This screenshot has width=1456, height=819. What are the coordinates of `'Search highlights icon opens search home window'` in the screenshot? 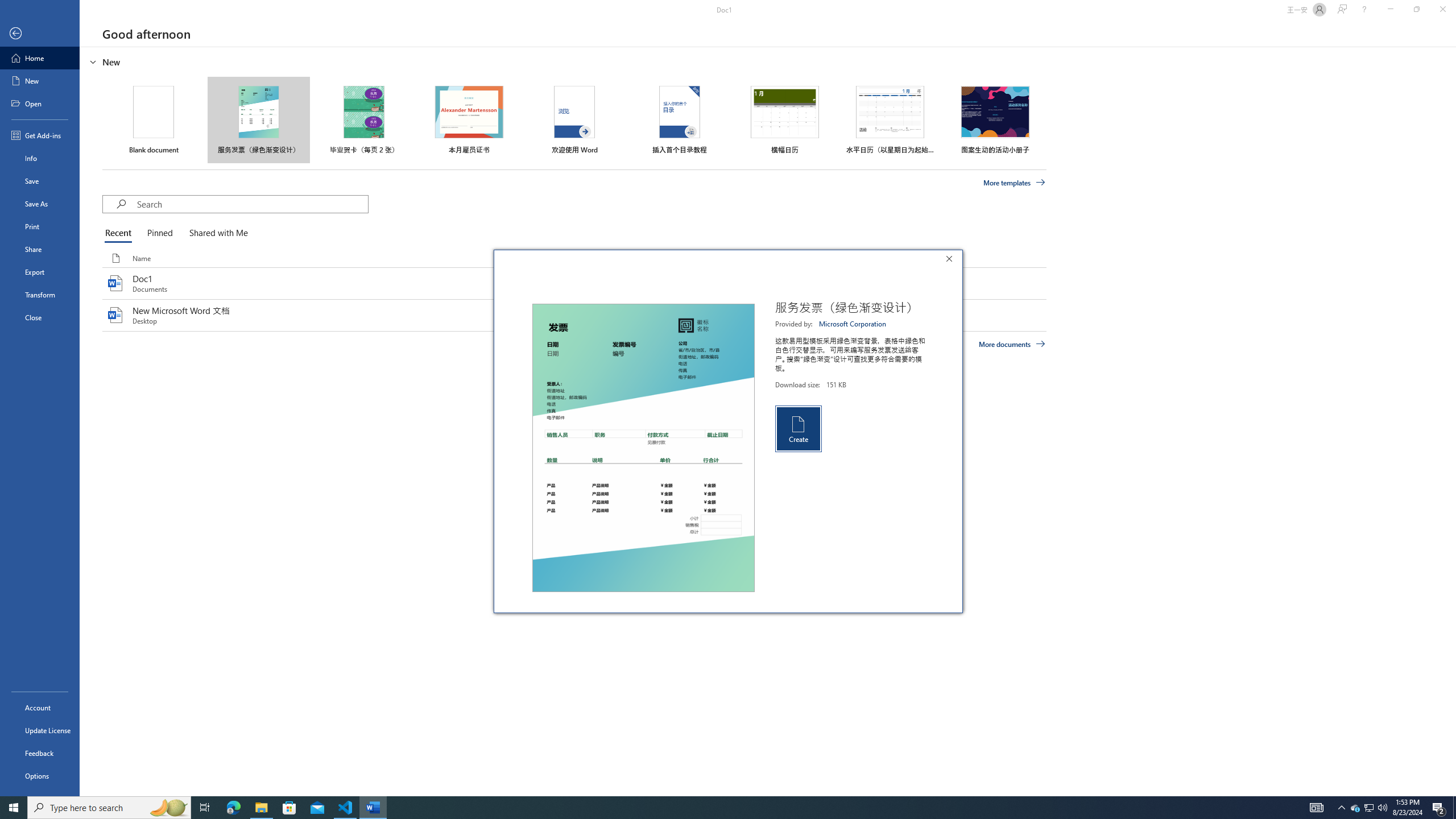 It's located at (167, 806).